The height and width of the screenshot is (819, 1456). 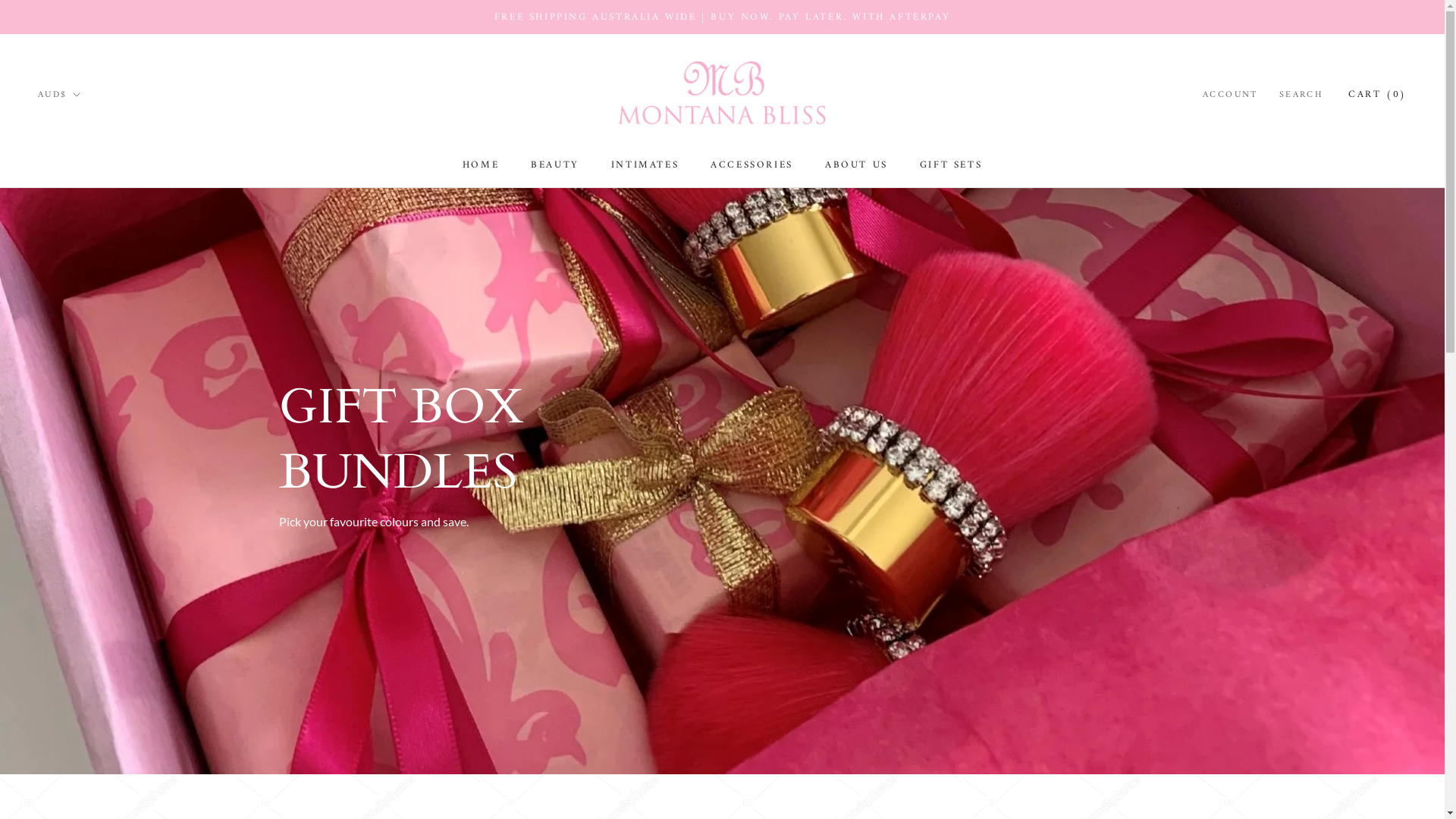 I want to click on 'AFN', so click(x=37, y=152).